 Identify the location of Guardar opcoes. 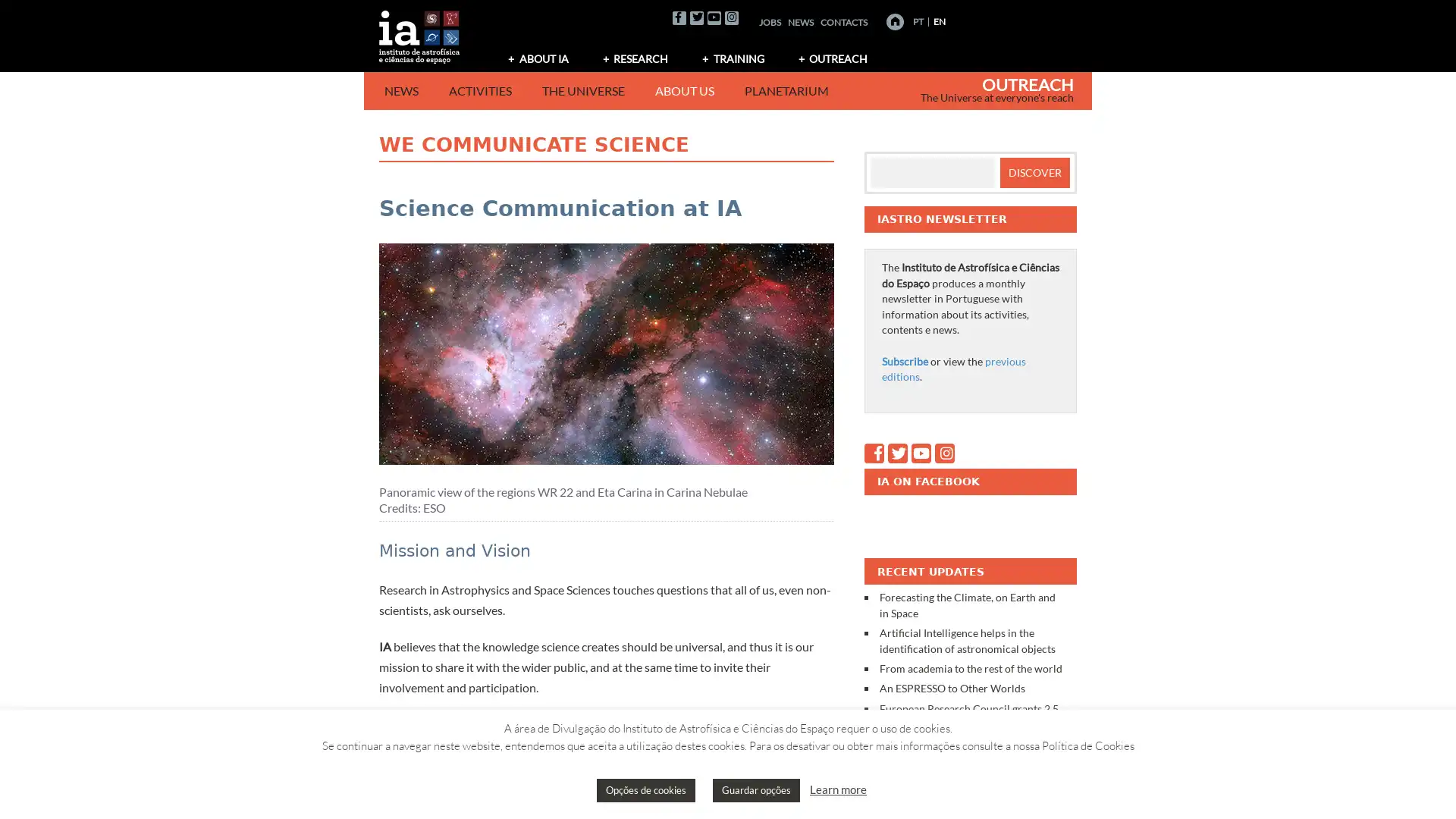
(756, 789).